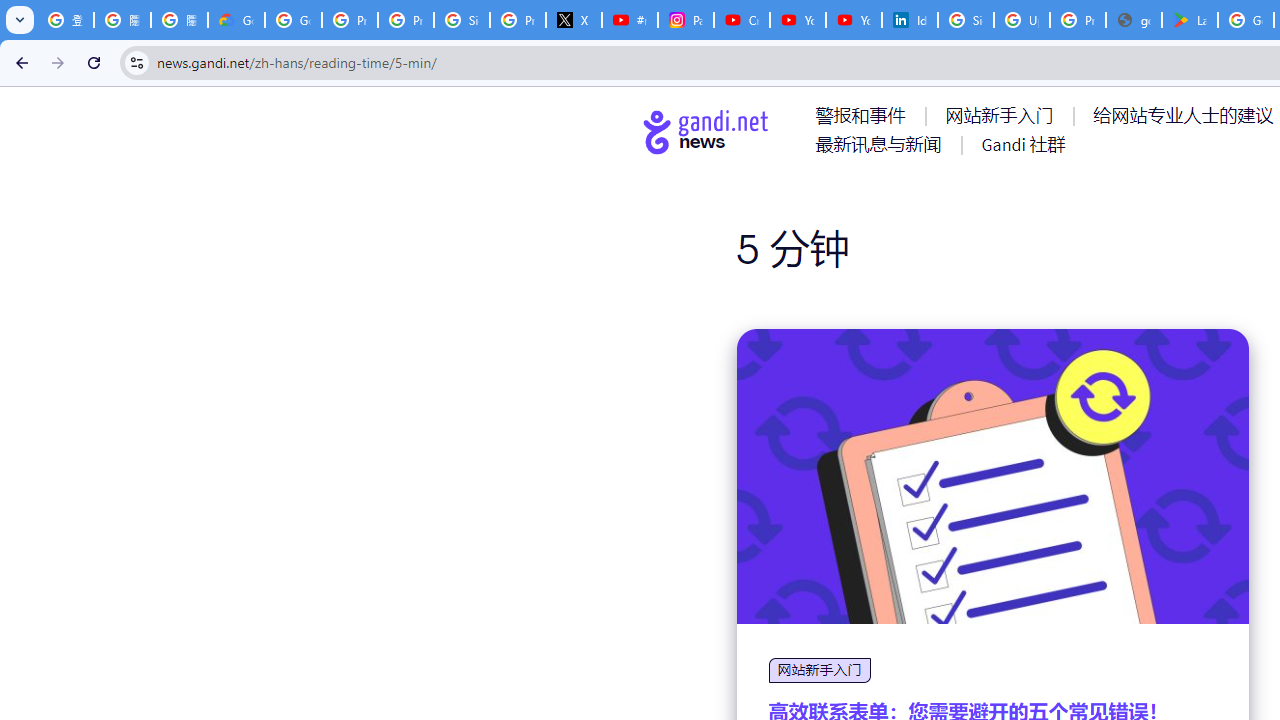 Image resolution: width=1280 pixels, height=720 pixels. What do you see at coordinates (404, 20) in the screenshot?
I see `'Privacy Help Center - Policies Help'` at bounding box center [404, 20].